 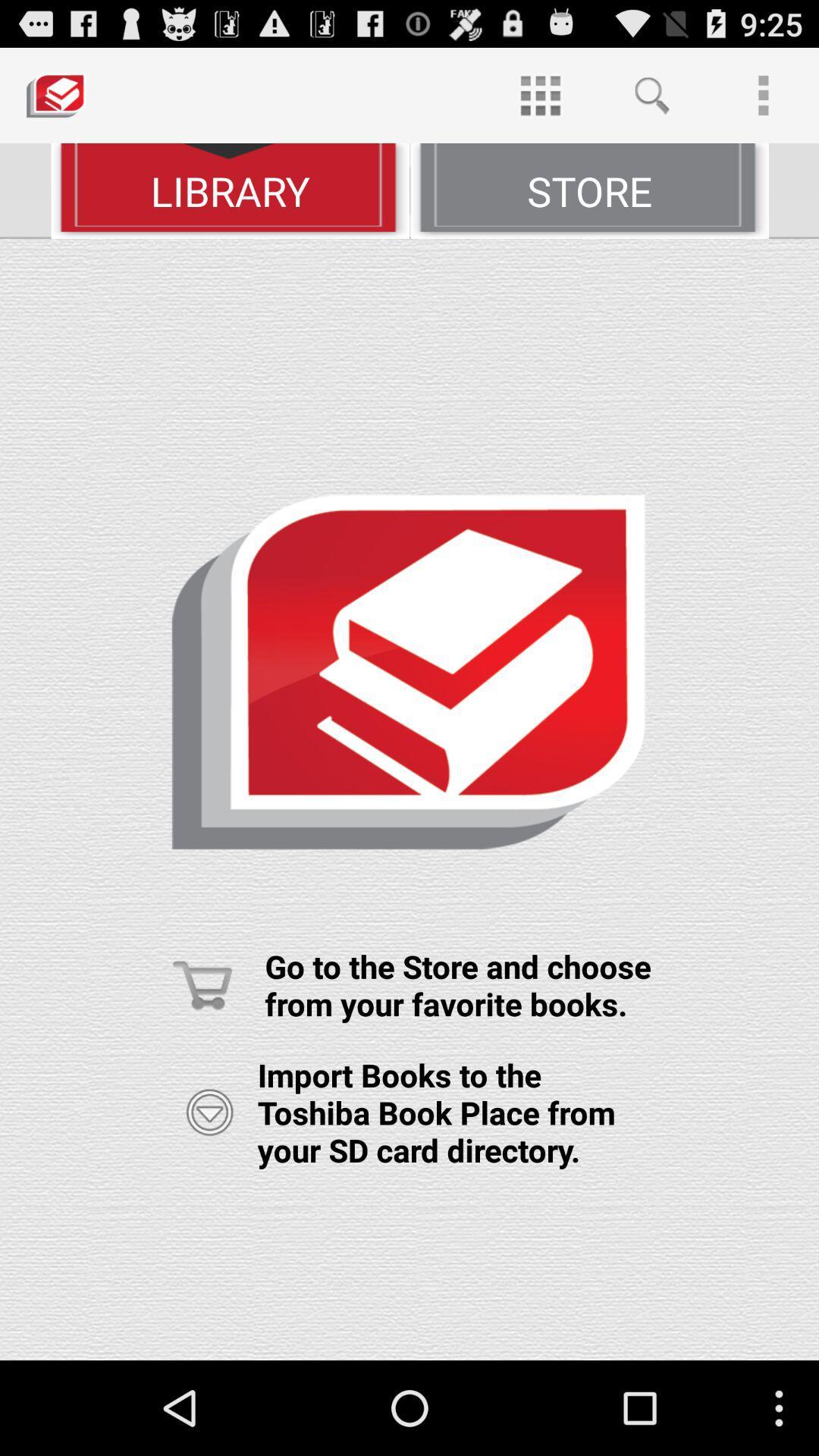 I want to click on the item below library icon, so click(x=409, y=799).